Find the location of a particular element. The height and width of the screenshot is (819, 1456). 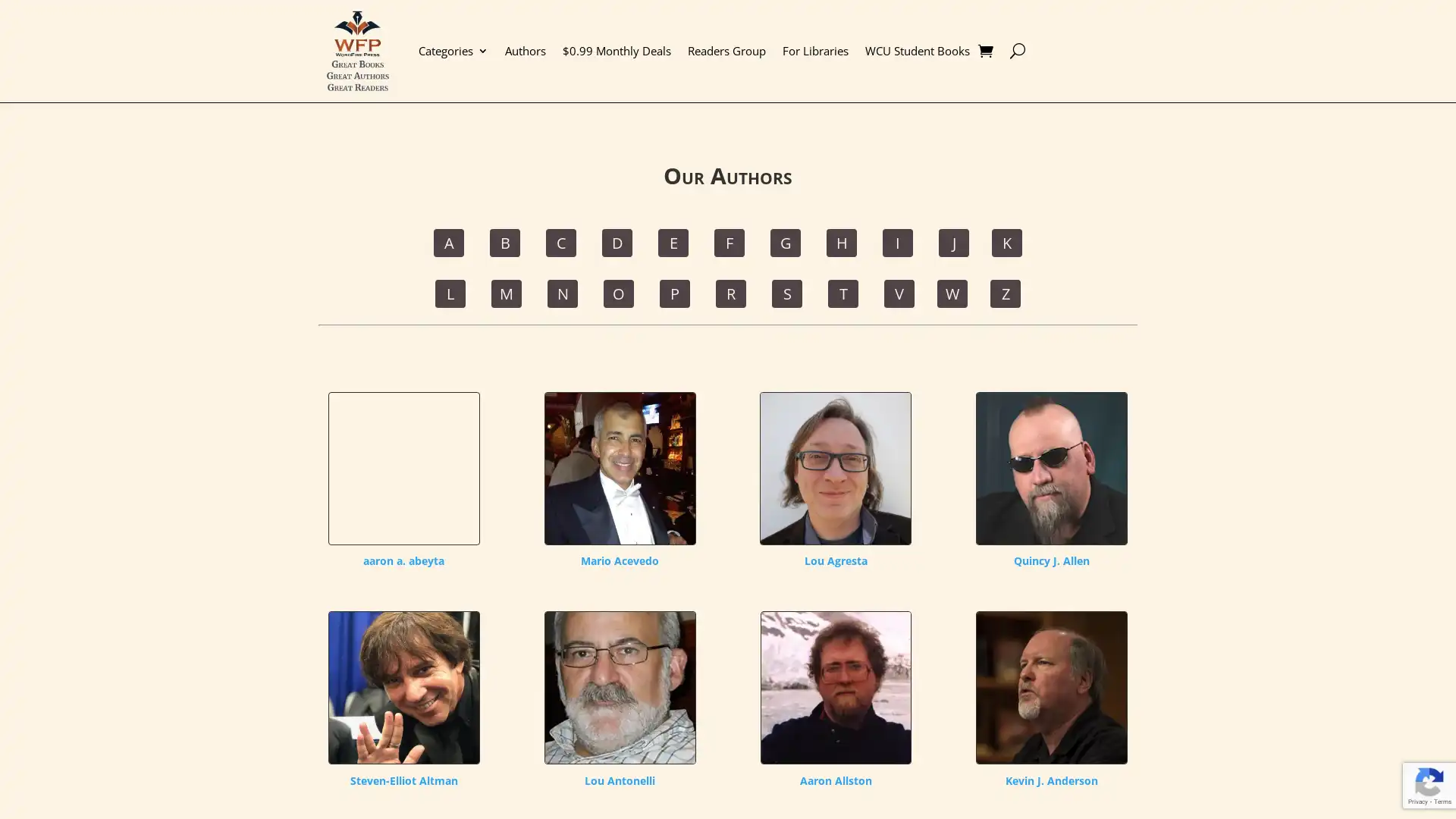

B is located at coordinates (505, 241).